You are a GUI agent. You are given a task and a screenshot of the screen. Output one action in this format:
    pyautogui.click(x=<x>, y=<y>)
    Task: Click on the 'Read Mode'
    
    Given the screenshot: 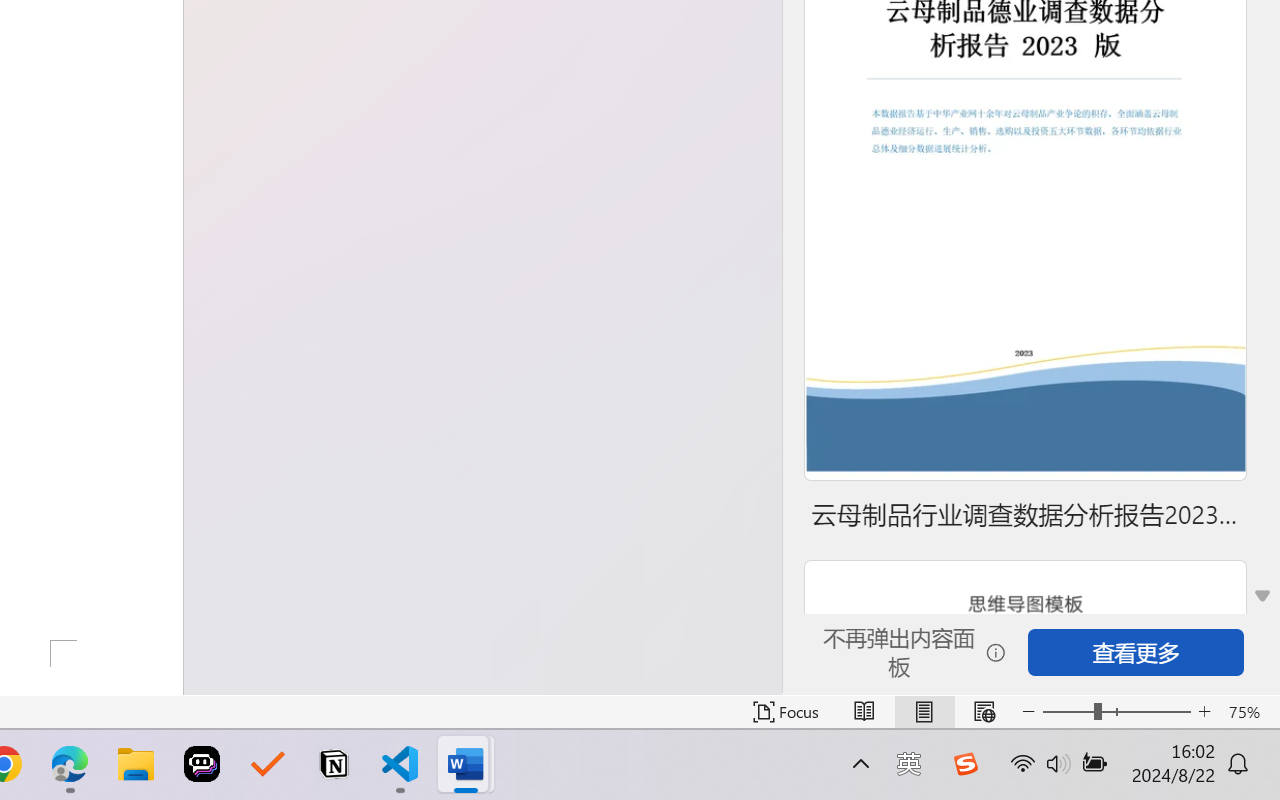 What is the action you would take?
    pyautogui.click(x=864, y=711)
    